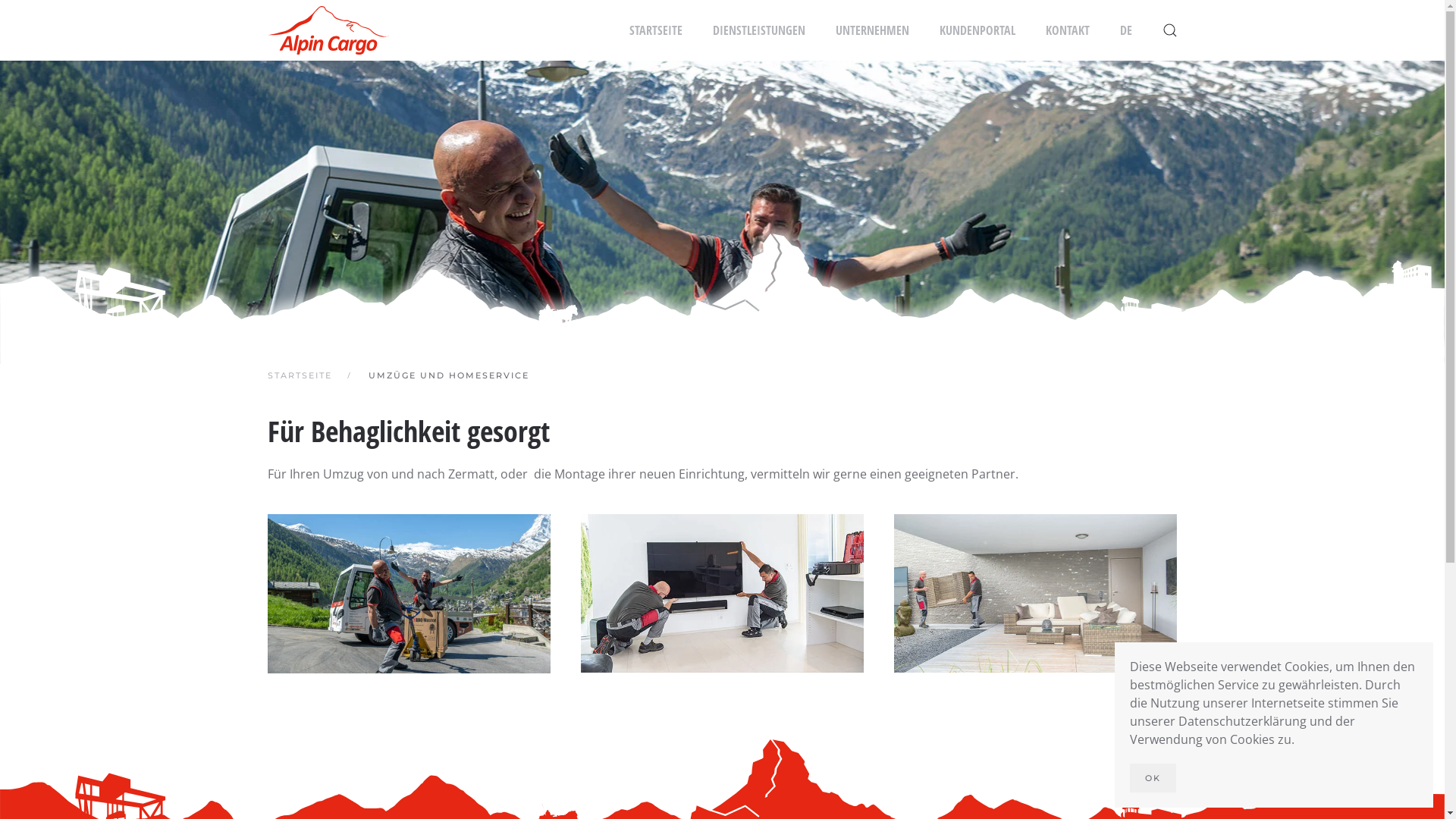  Describe the element at coordinates (872, 30) in the screenshot. I see `'UNTERNEHMEN'` at that location.